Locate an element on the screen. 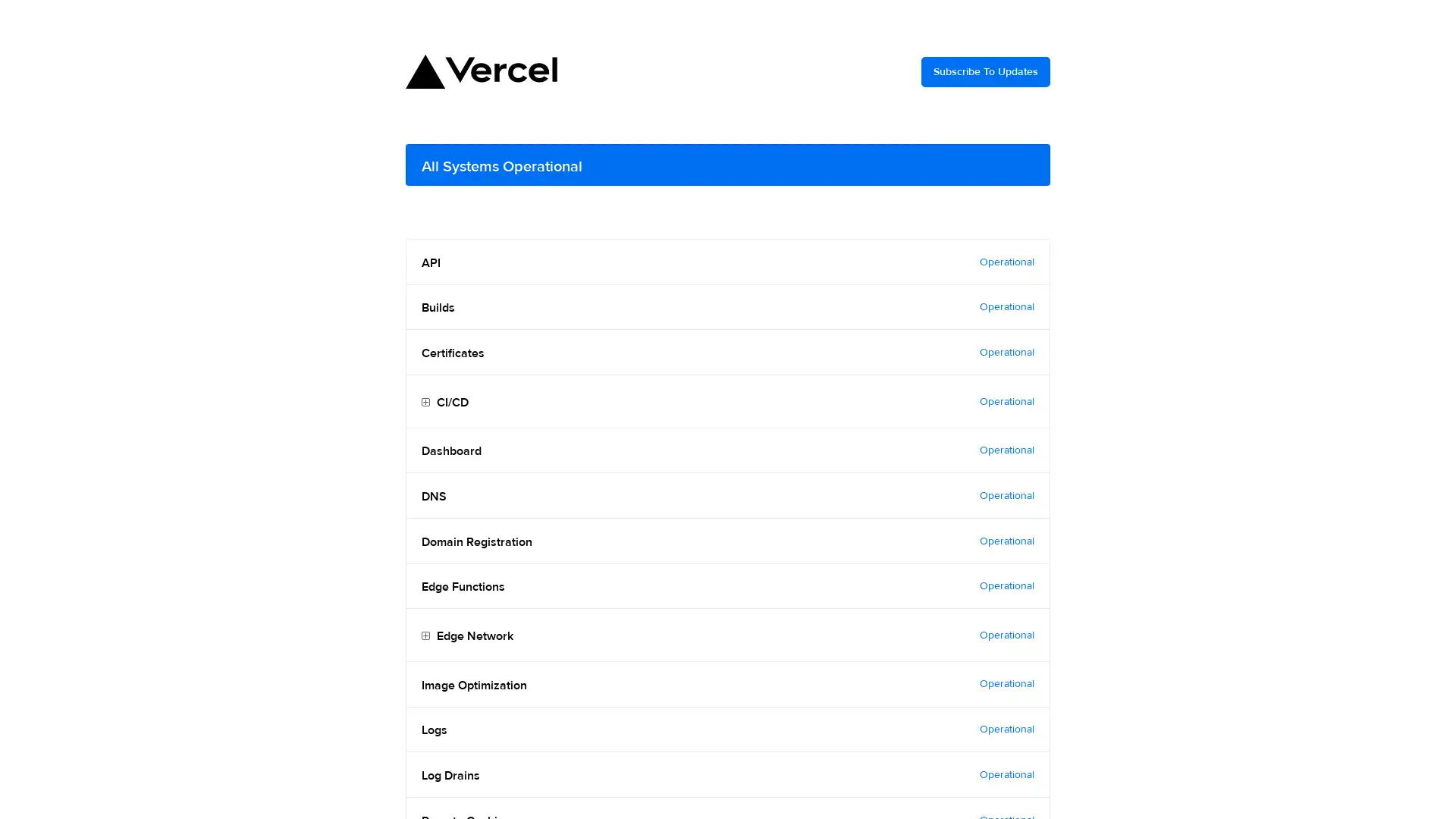 The image size is (1456, 819). Toggle CI/CD is located at coordinates (425, 402).